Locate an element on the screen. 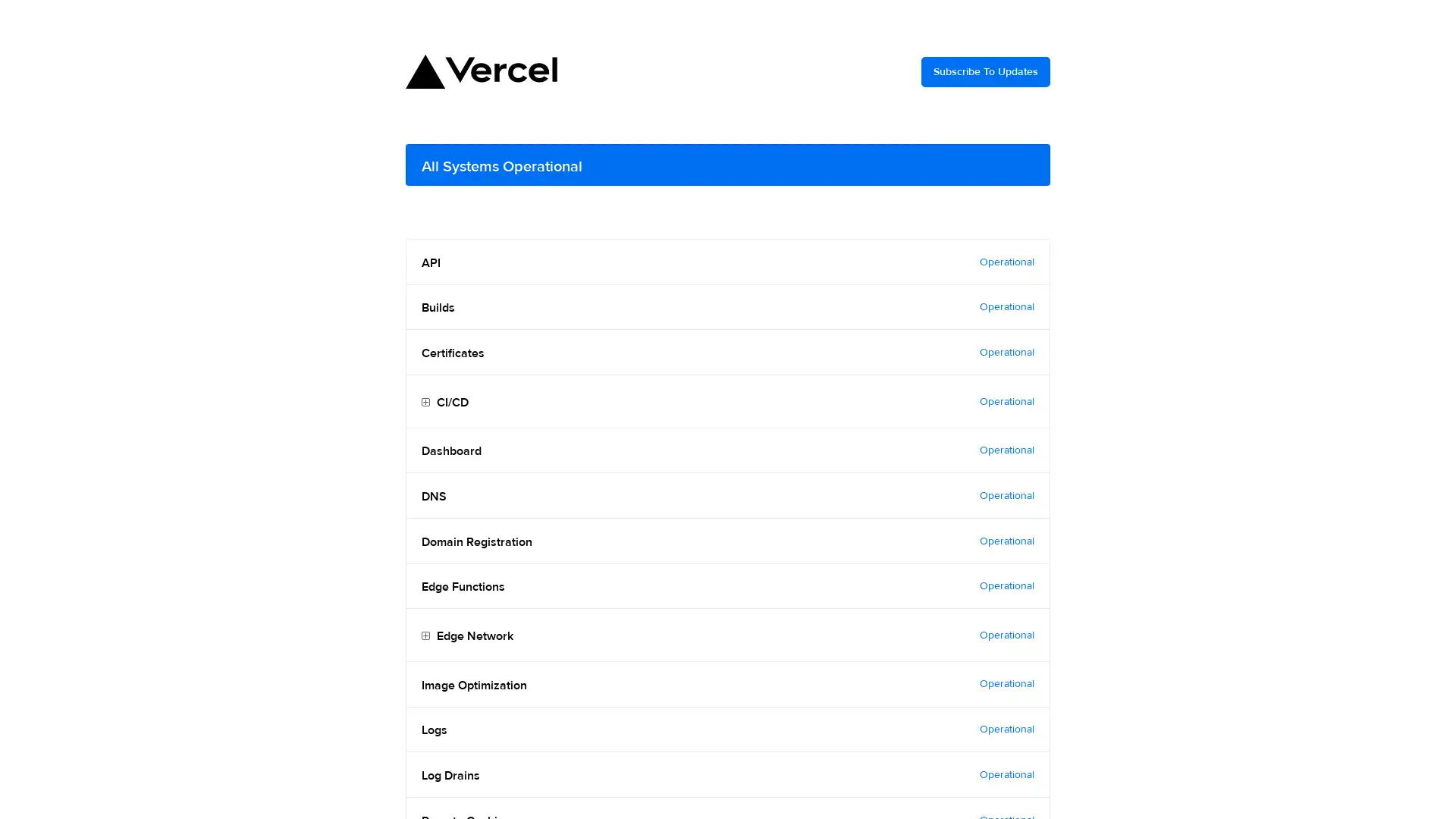 The image size is (1456, 819). Toggle CI/CD is located at coordinates (425, 402).